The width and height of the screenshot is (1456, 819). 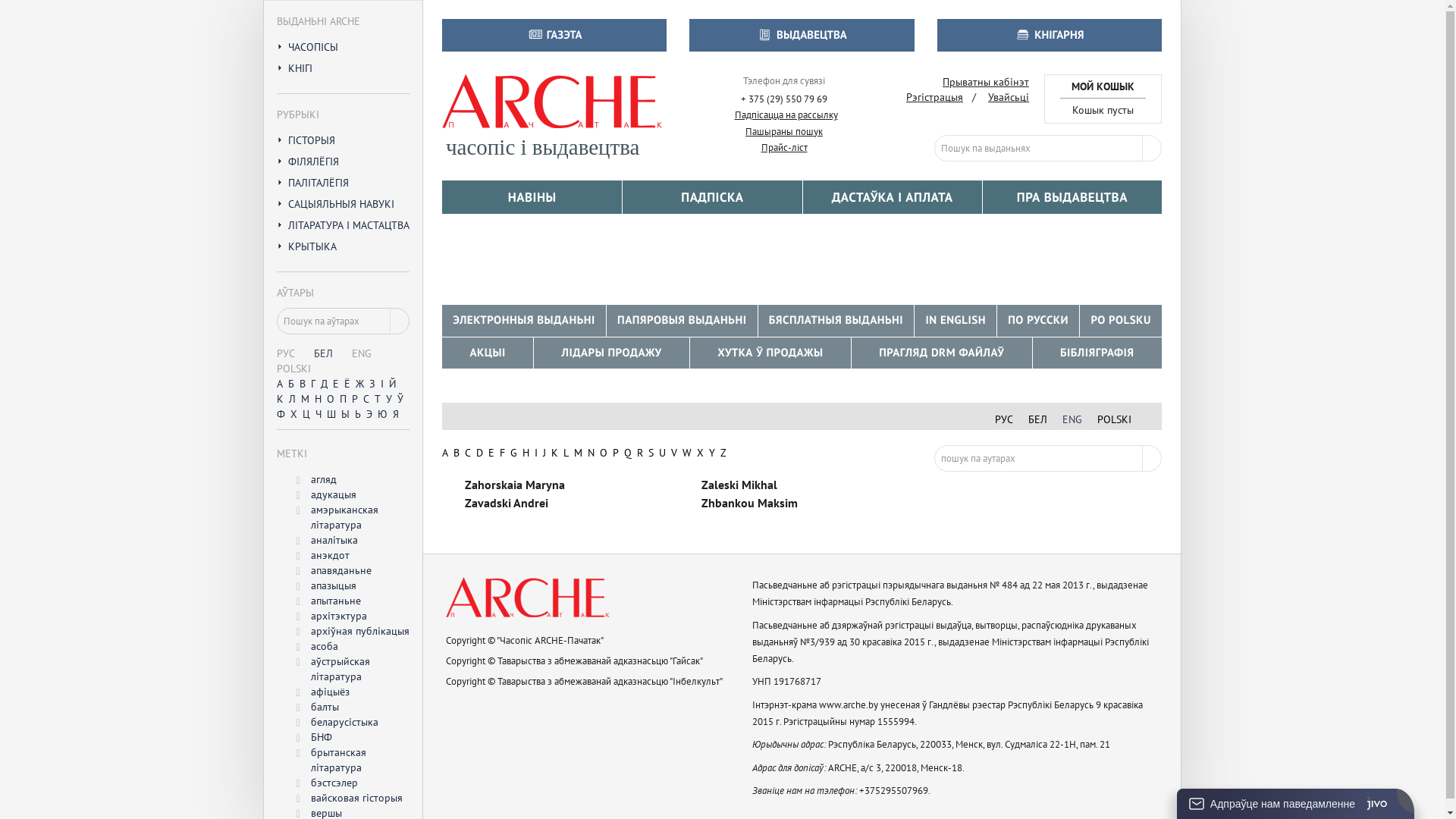 I want to click on 'S', so click(x=648, y=452).